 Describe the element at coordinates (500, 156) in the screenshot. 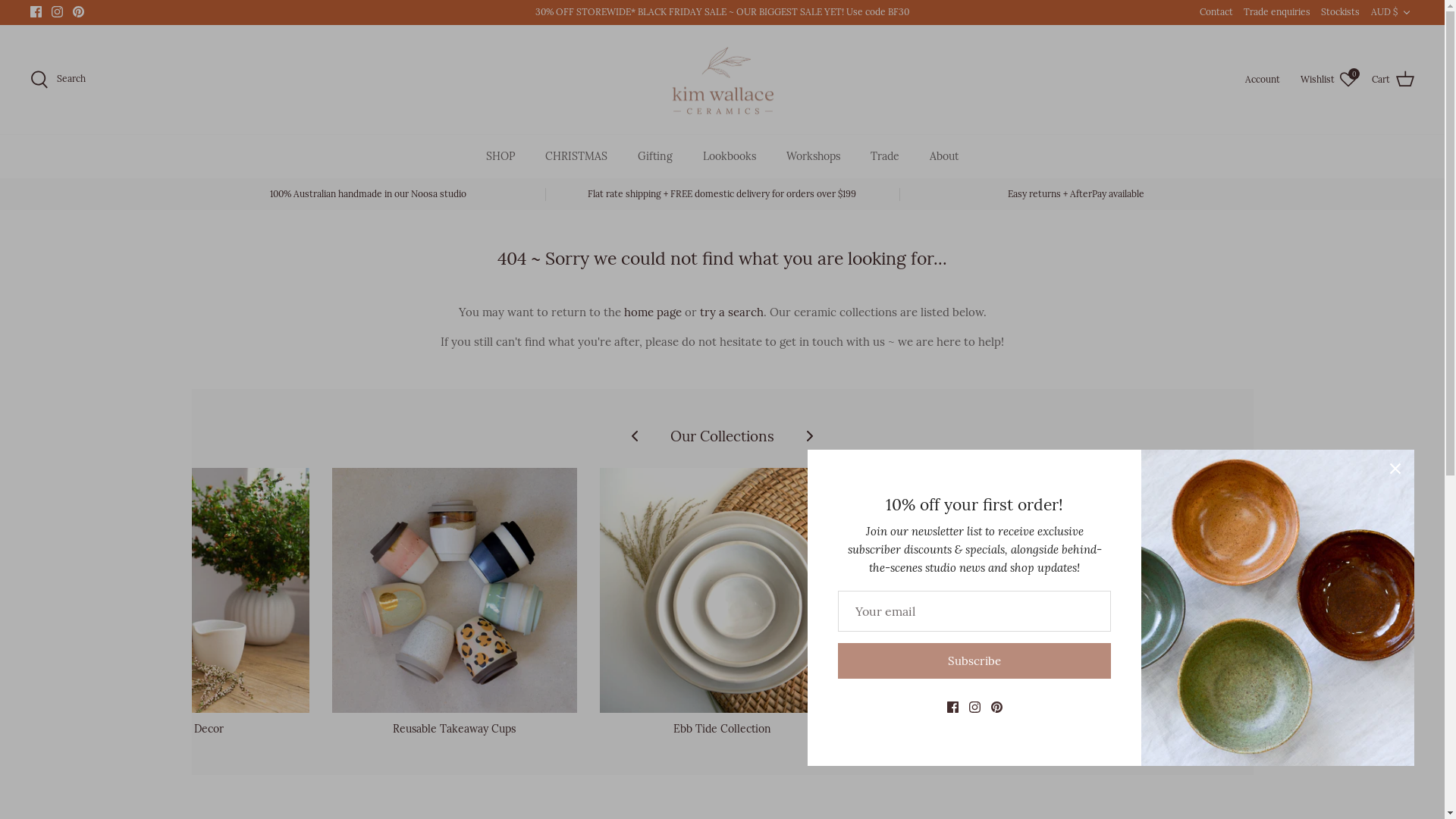

I see `'SHOP'` at that location.